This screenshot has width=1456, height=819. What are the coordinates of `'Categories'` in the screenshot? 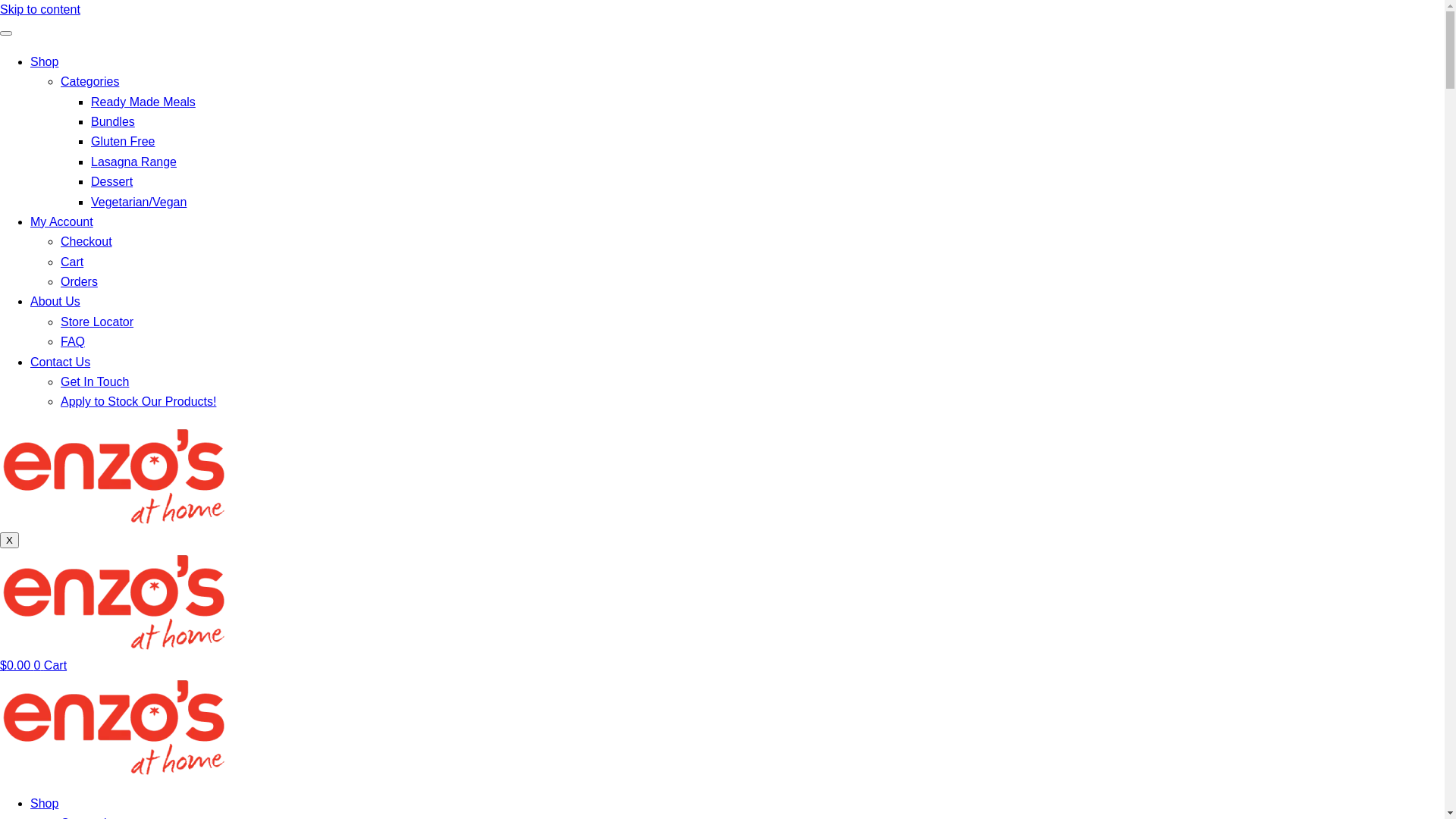 It's located at (89, 81).